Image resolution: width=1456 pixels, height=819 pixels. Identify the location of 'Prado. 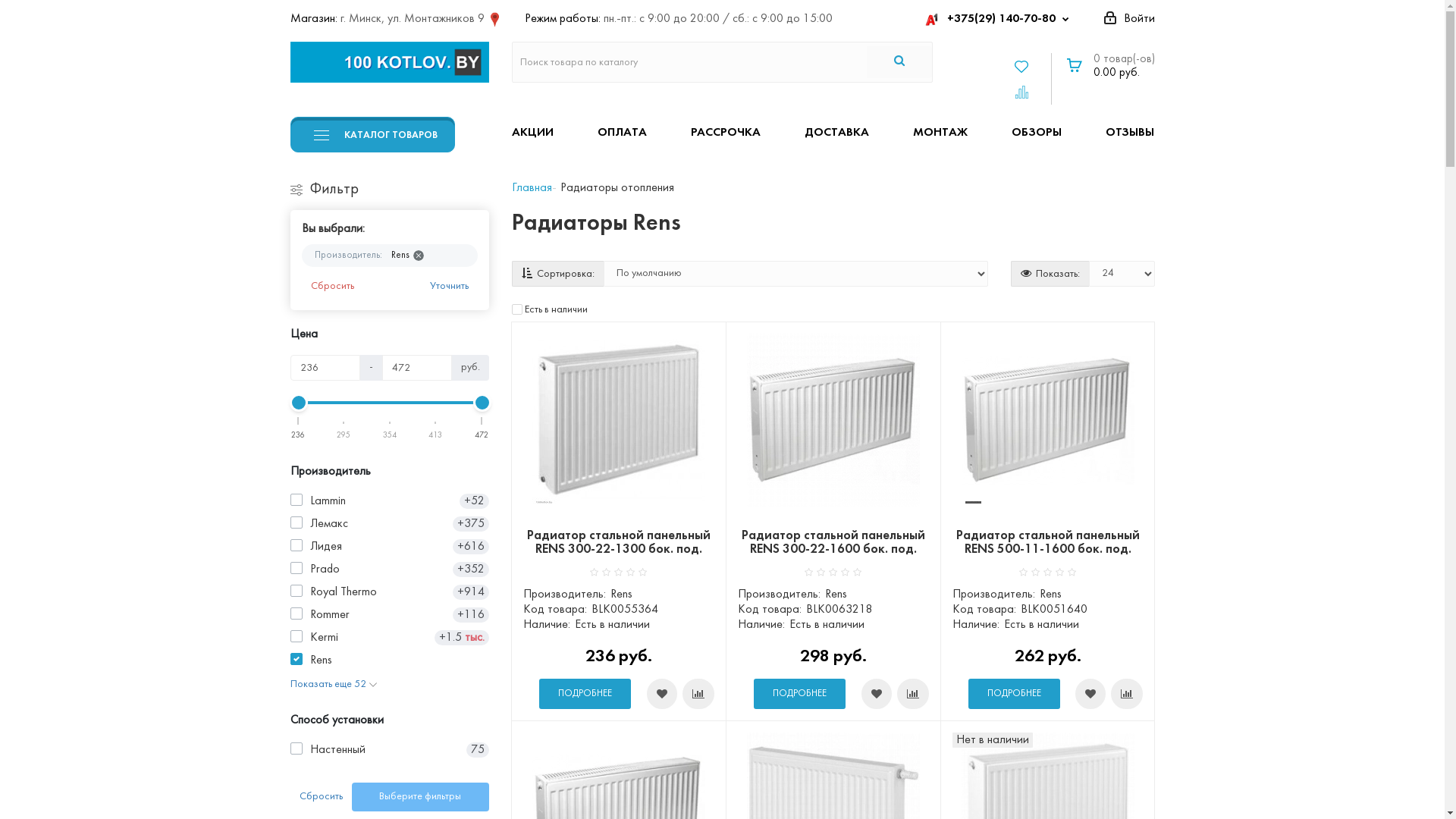
(389, 570).